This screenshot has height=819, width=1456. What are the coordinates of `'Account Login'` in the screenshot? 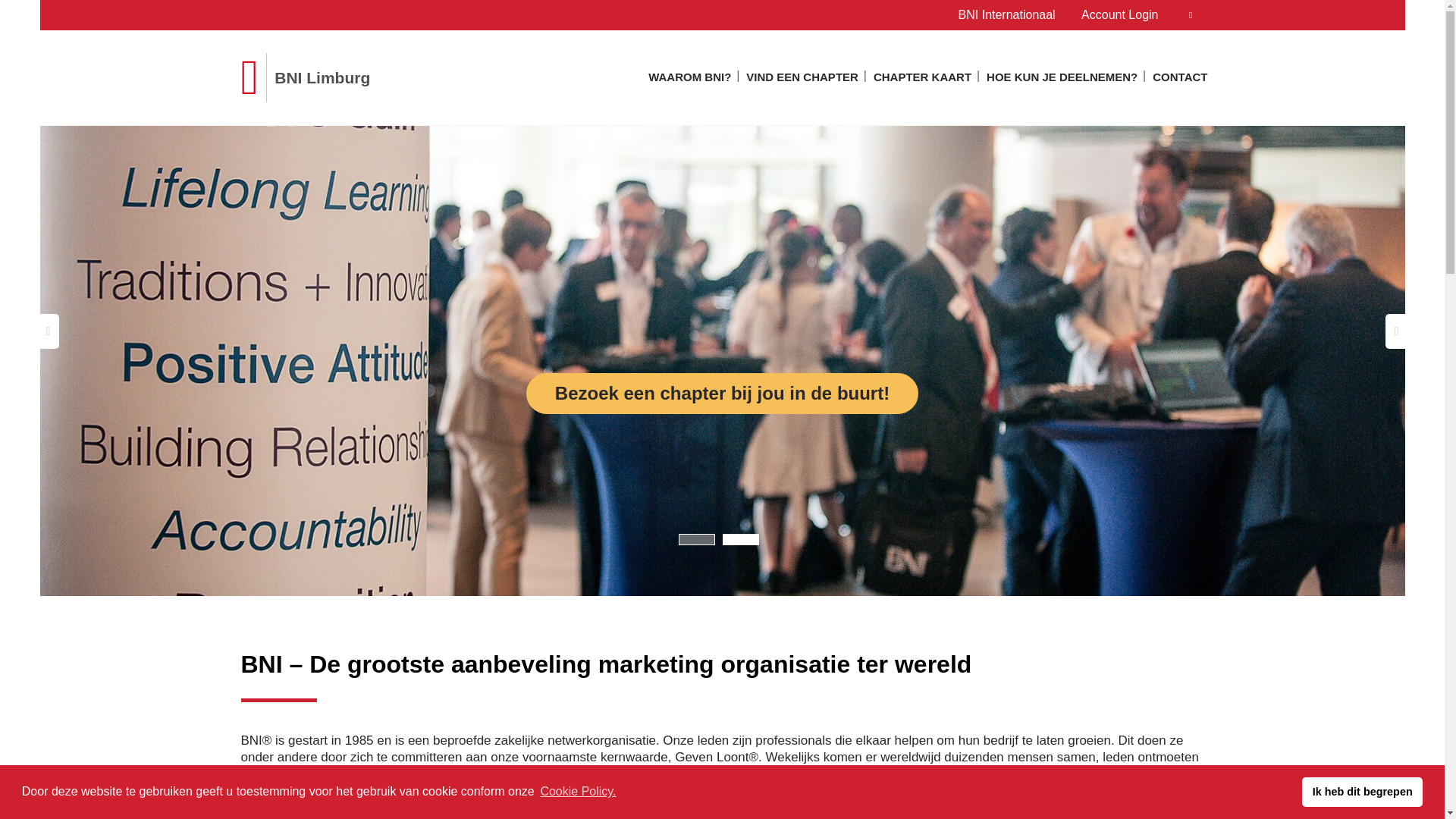 It's located at (1136, 14).